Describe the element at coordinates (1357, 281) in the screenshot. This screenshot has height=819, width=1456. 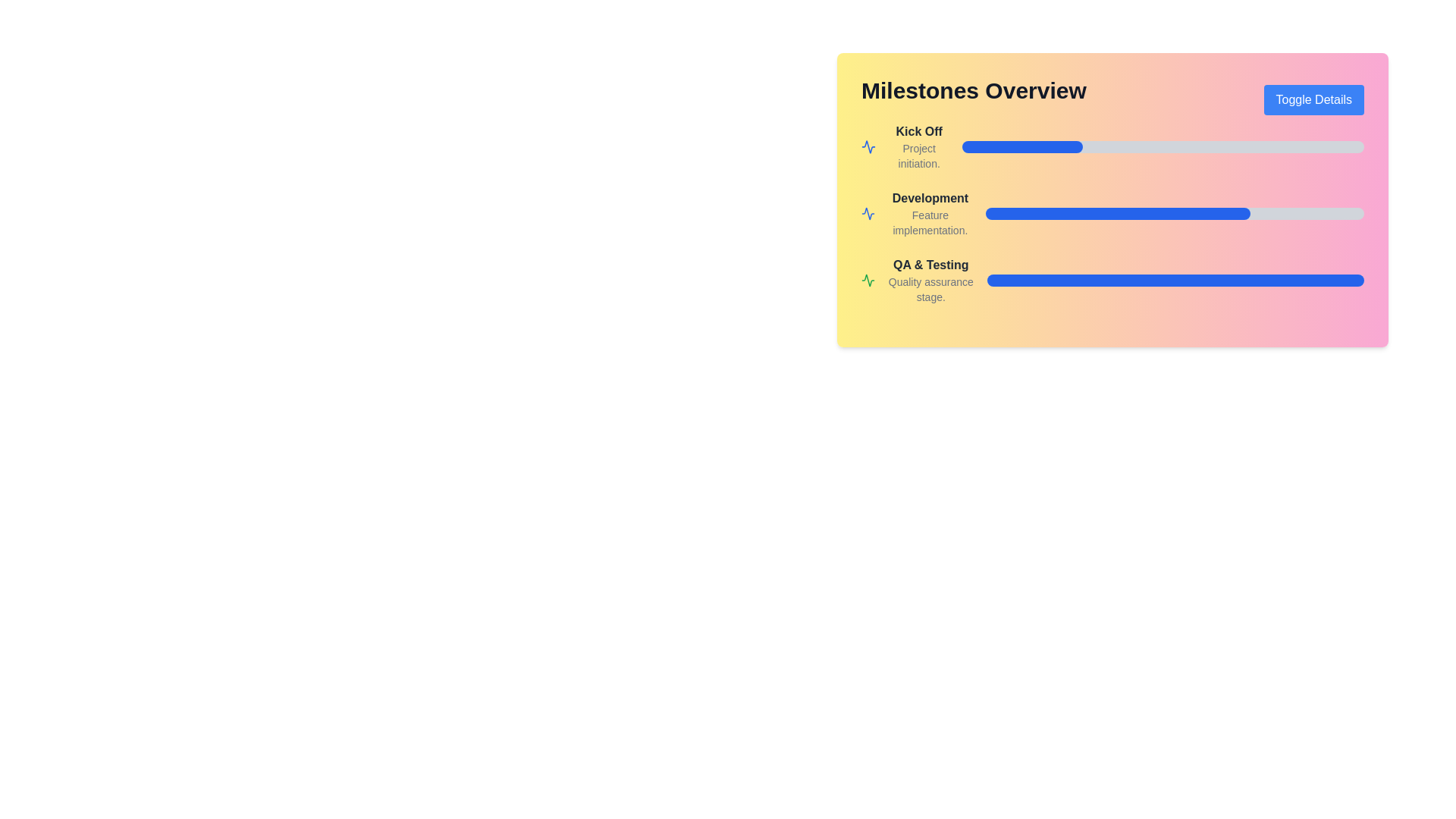
I see `the progress bar value` at that location.